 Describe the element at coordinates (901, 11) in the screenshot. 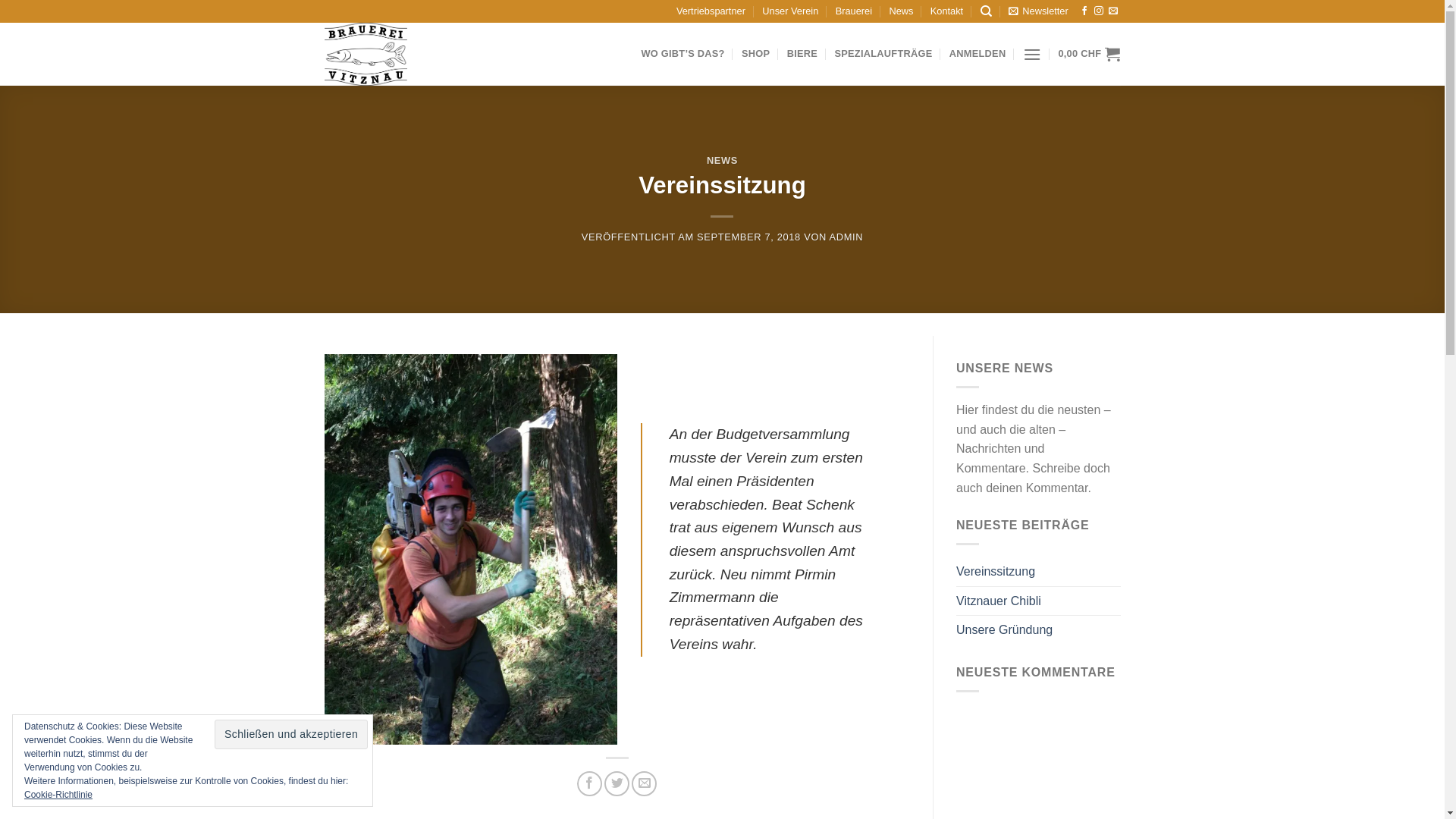

I see `'News'` at that location.